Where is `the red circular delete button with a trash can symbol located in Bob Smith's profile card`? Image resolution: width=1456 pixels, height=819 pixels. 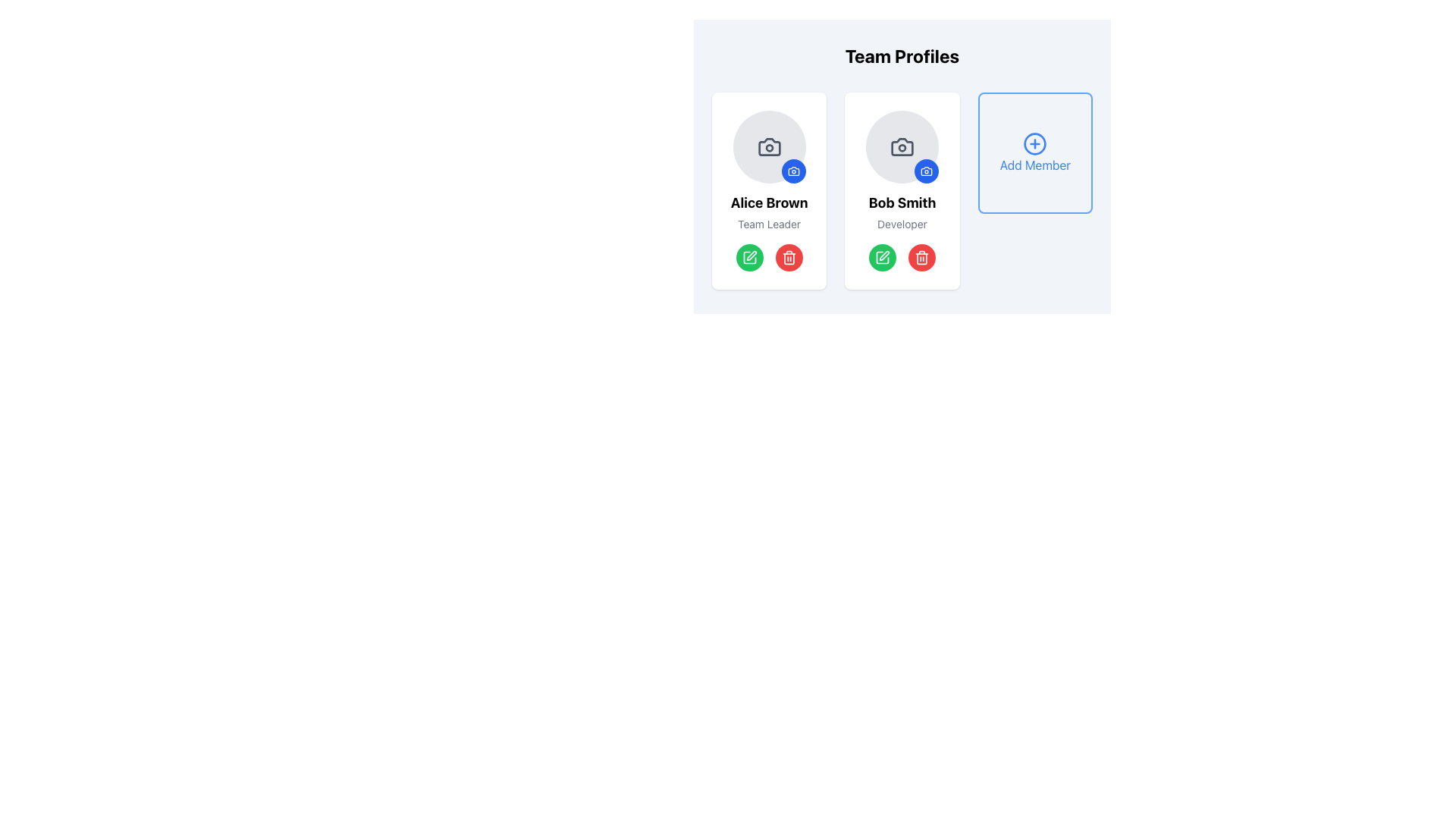 the red circular delete button with a trash can symbol located in Bob Smith's profile card is located at coordinates (789, 256).